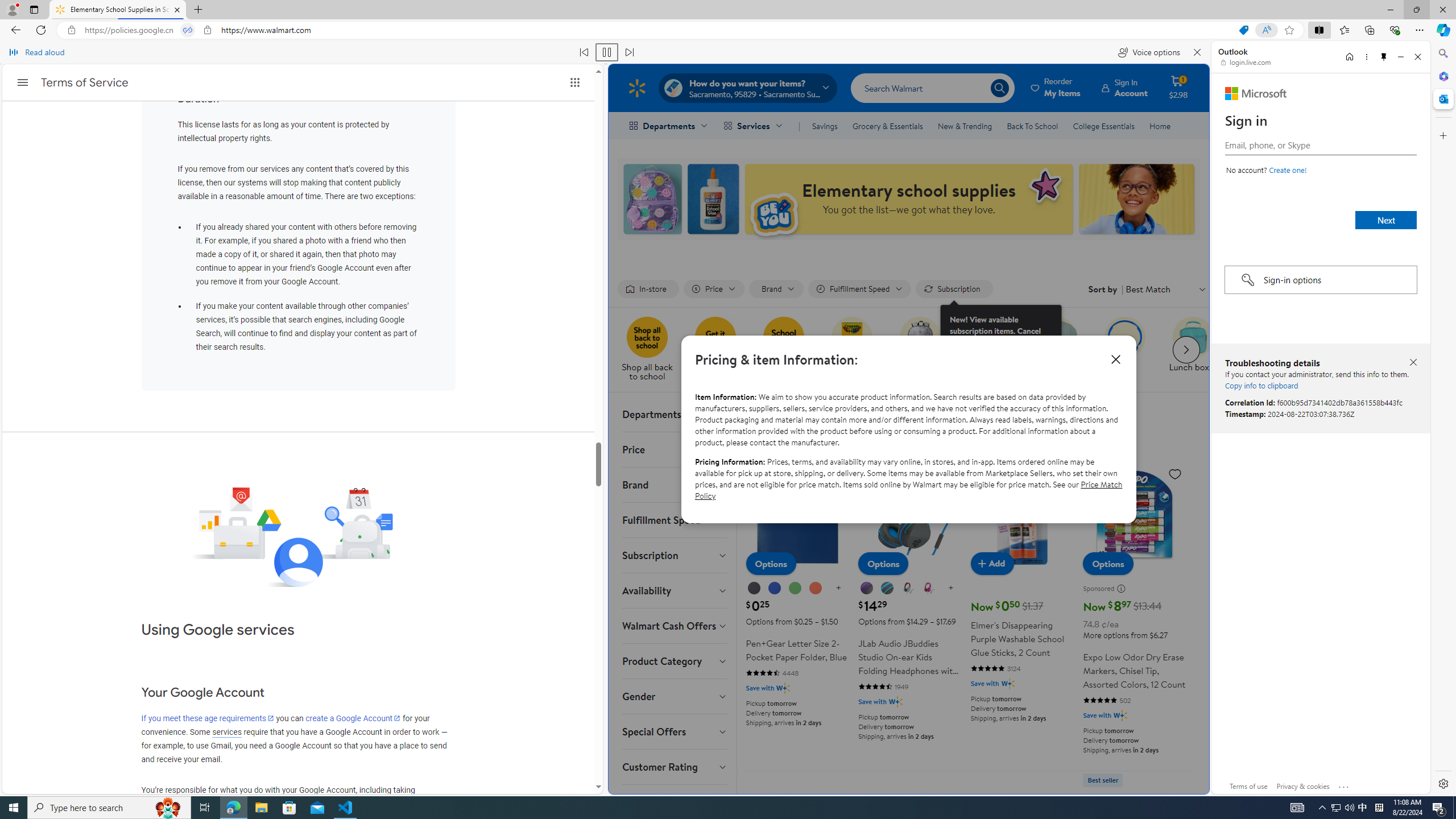  What do you see at coordinates (908, 490) in the screenshot?
I see `'Price Match Policy'` at bounding box center [908, 490].